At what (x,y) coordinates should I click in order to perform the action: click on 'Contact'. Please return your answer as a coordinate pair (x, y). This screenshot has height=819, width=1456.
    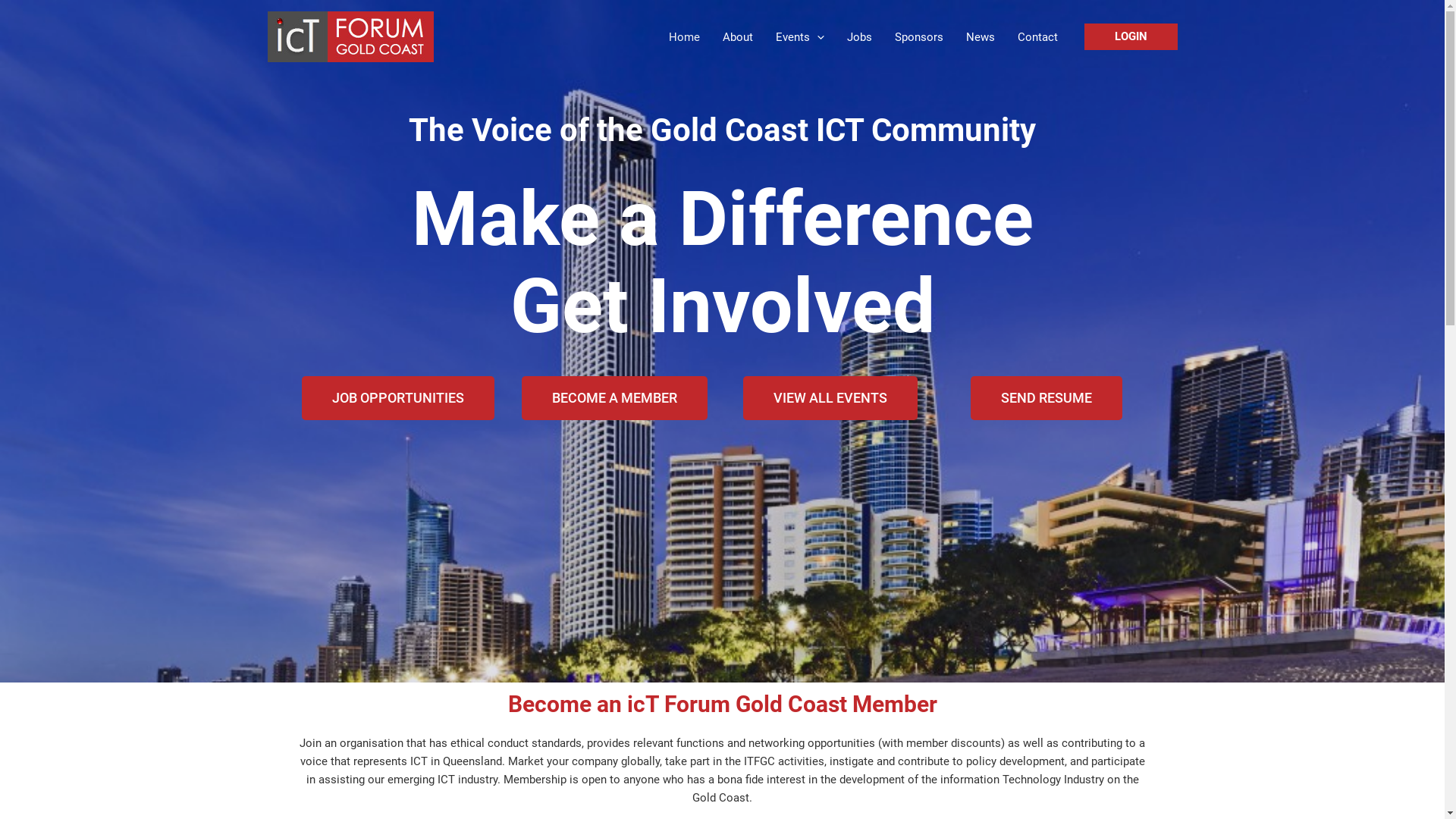
    Looking at the image, I should click on (1036, 36).